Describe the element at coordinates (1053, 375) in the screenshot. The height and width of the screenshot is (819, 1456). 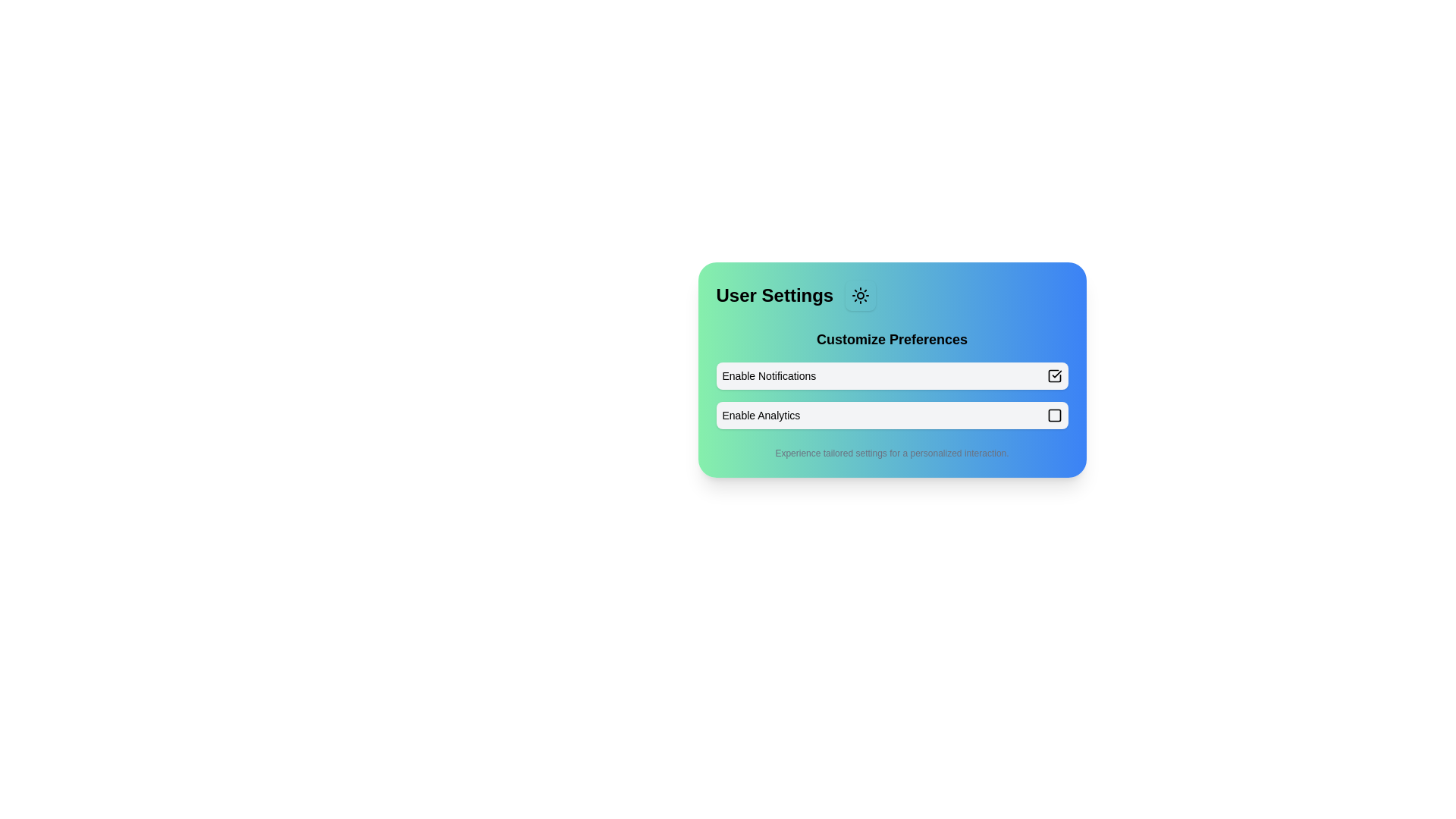
I see `the checkbox located to the right of the 'Enable Notifications' label` at that location.